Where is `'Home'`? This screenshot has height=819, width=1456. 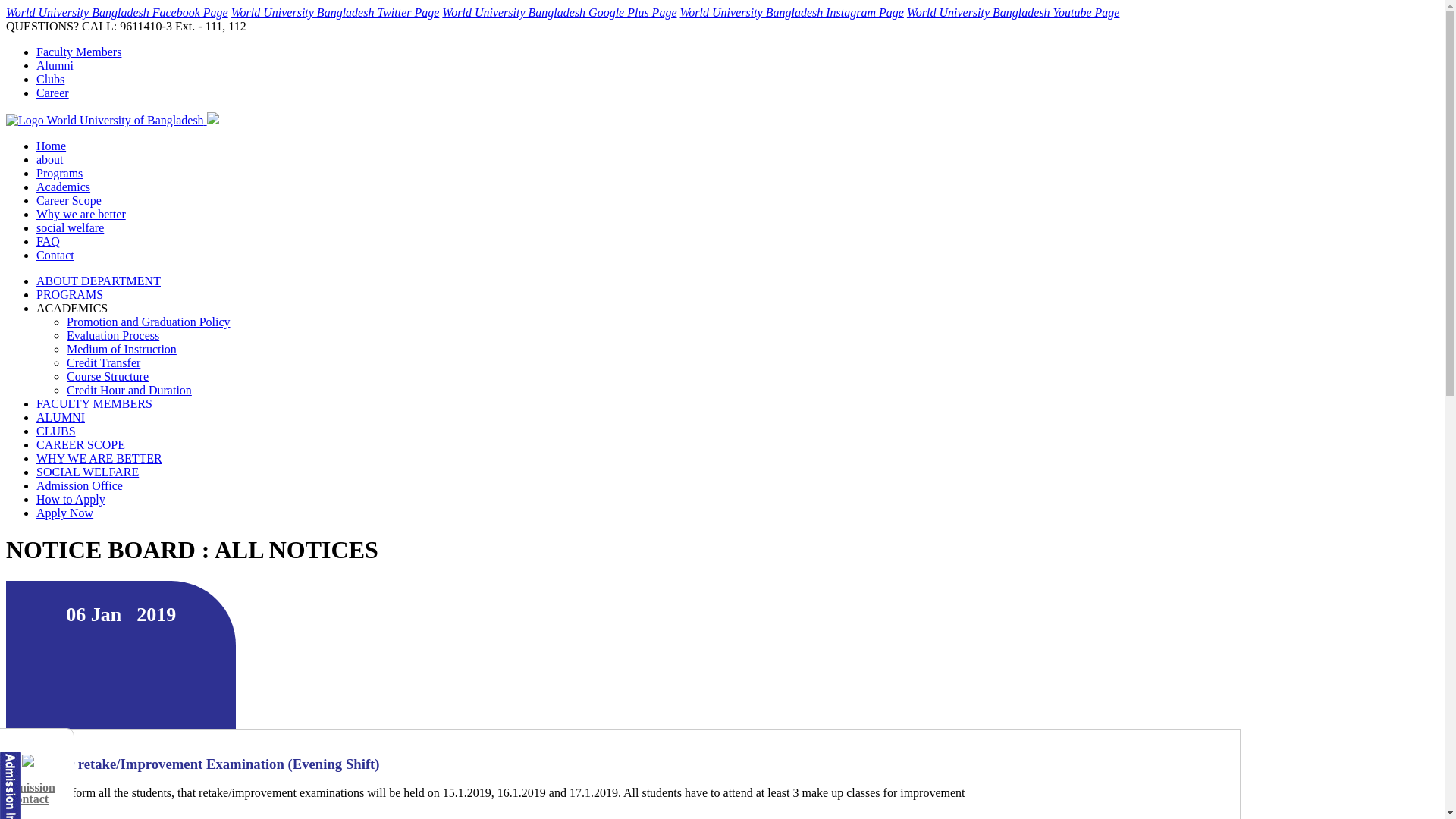 'Home' is located at coordinates (51, 146).